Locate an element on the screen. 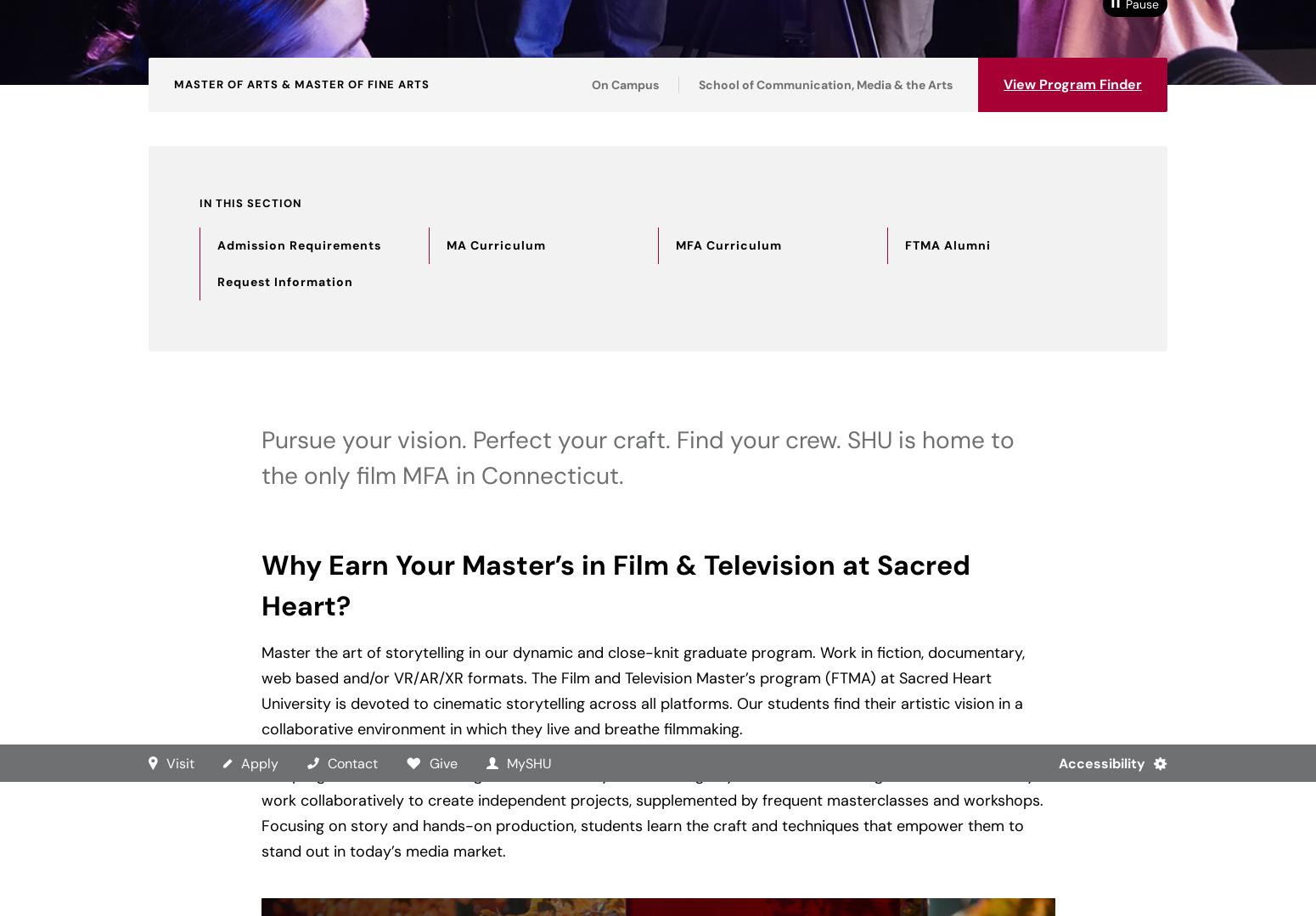 The image size is (1316, 916). 'The film and television master’s program' is located at coordinates (267, 491).